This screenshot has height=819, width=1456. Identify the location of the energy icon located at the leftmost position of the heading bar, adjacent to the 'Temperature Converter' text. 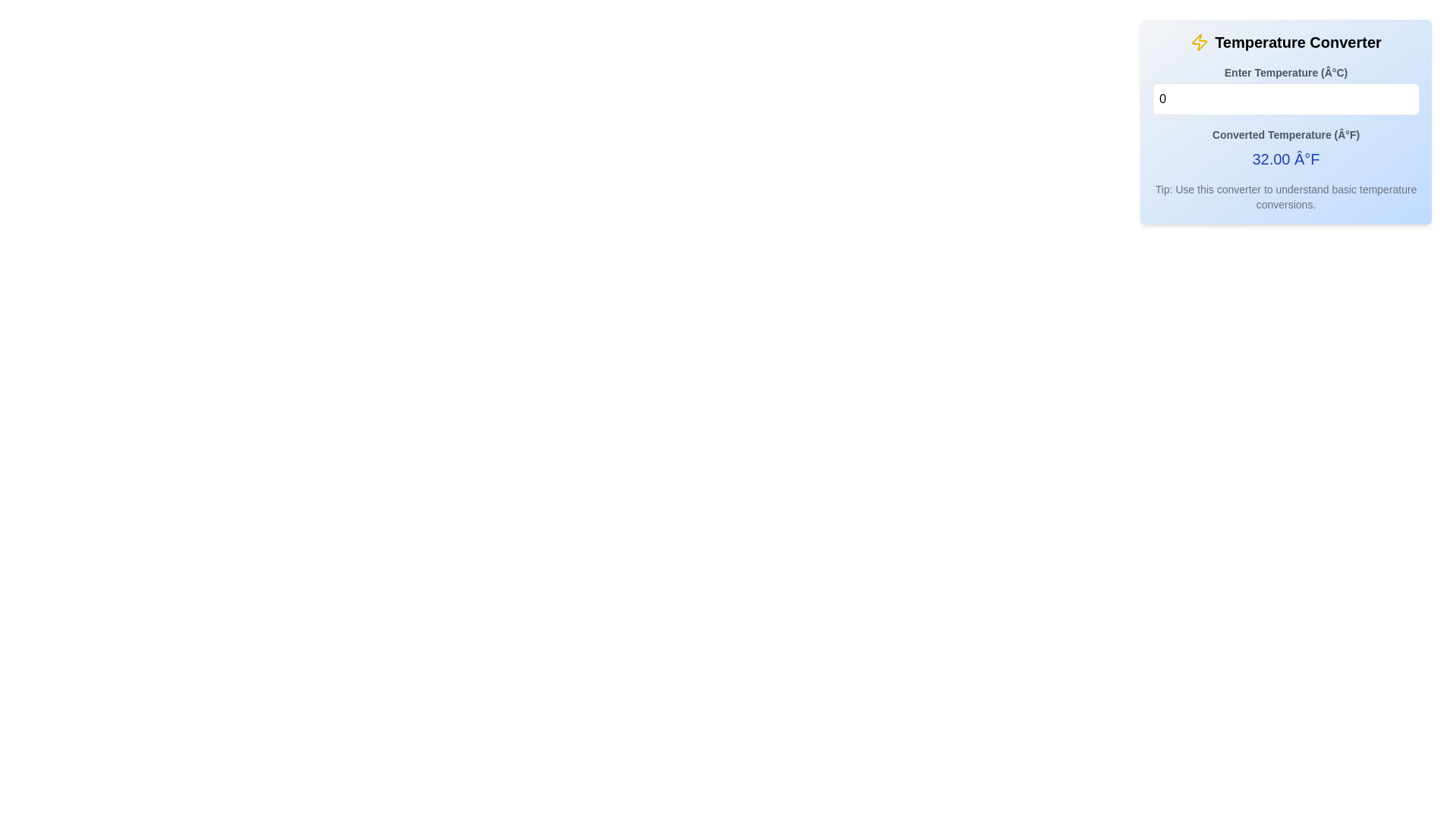
(1199, 42).